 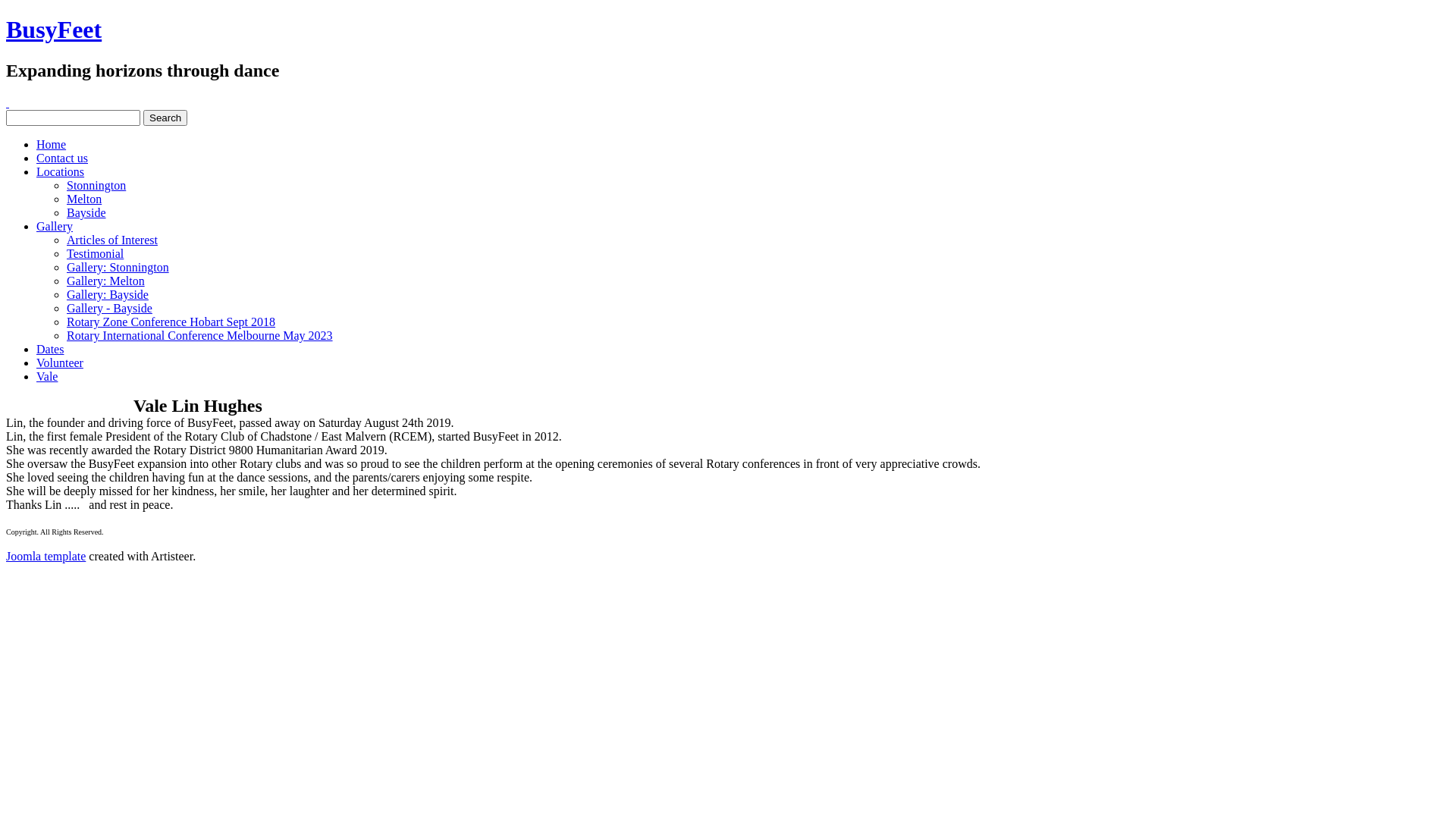 I want to click on 'Home', so click(x=36, y=144).